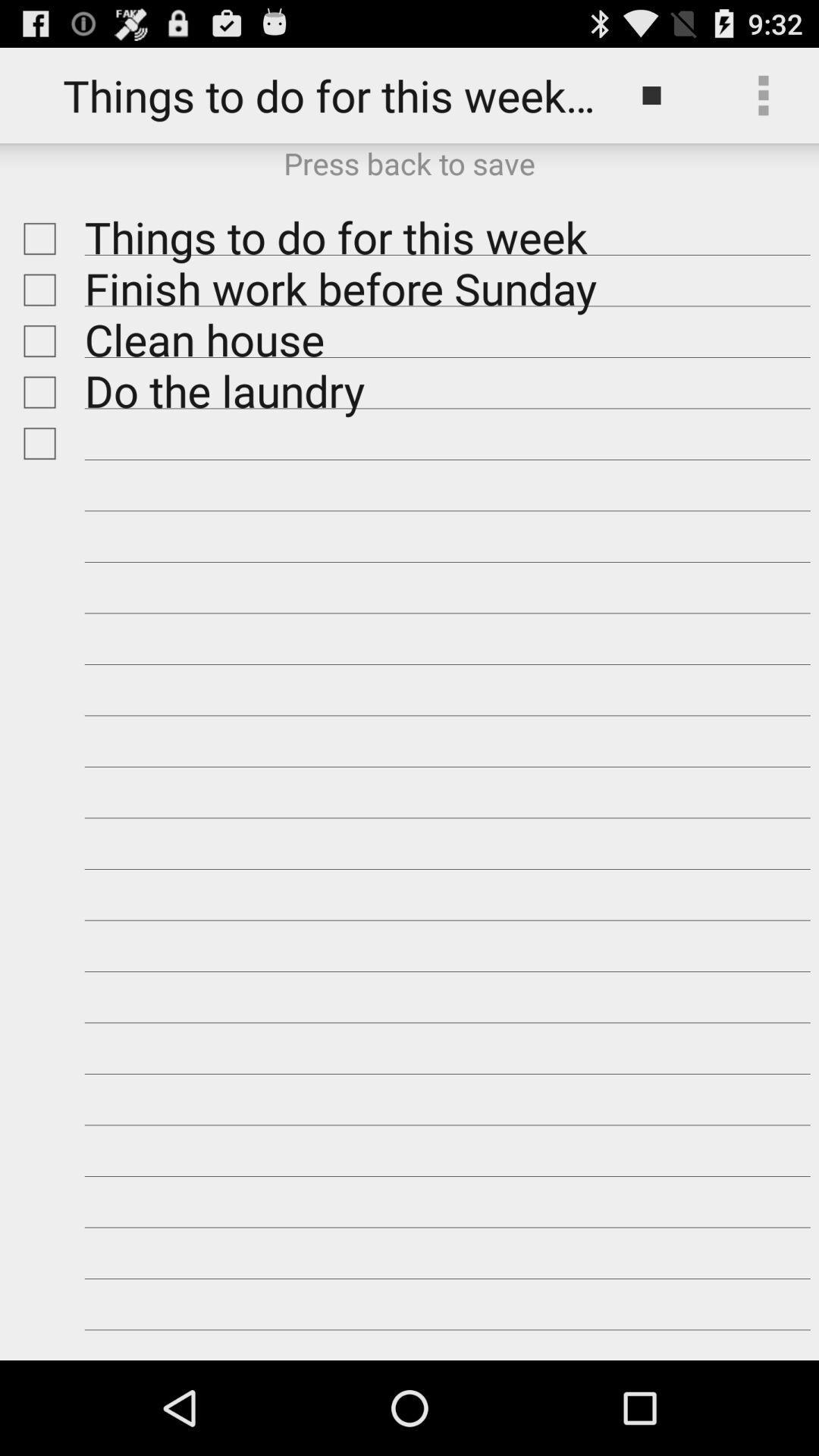 The image size is (819, 1456). What do you see at coordinates (35, 392) in the screenshot?
I see `check the box` at bounding box center [35, 392].